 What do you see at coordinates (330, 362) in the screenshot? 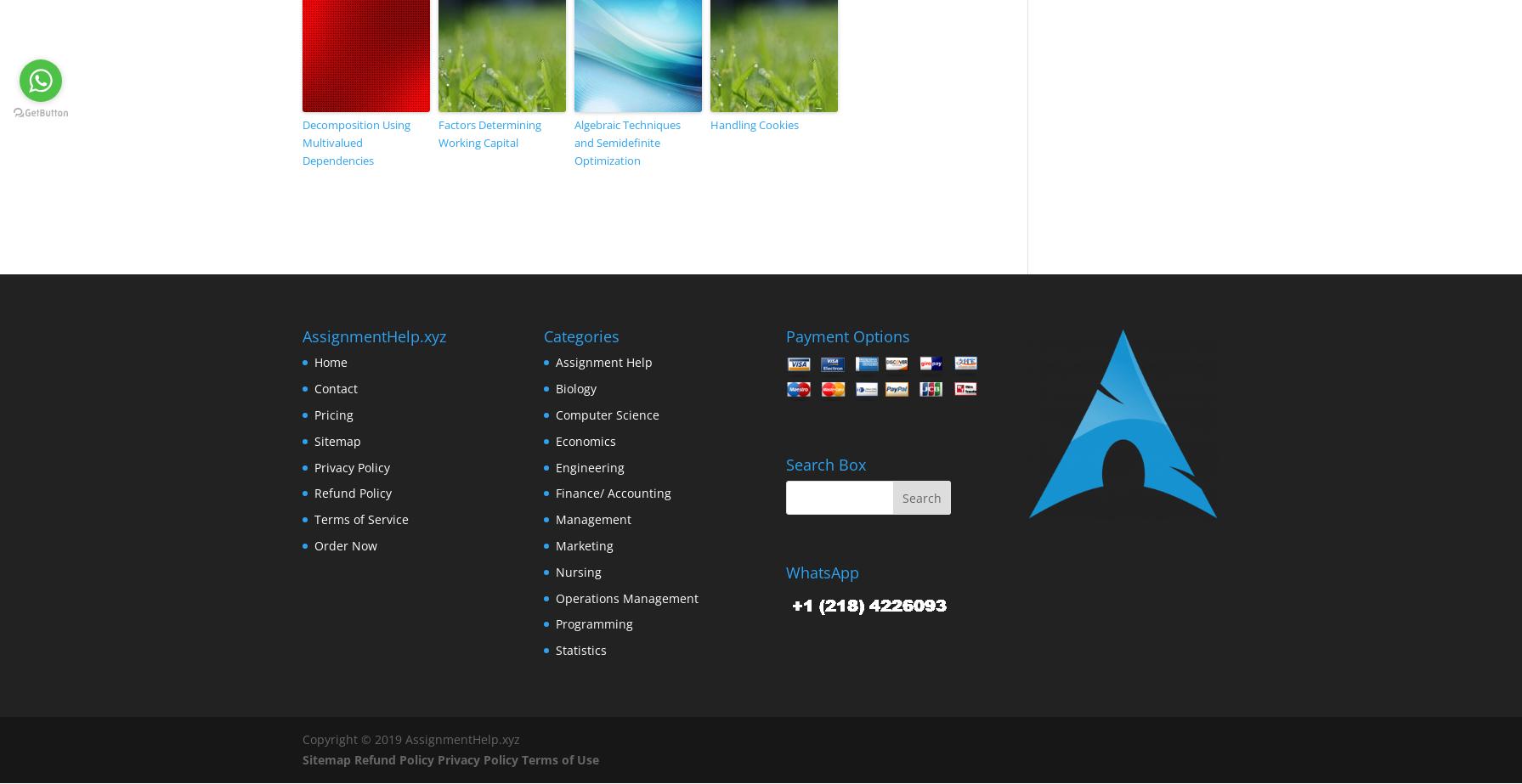
I see `'Home'` at bounding box center [330, 362].